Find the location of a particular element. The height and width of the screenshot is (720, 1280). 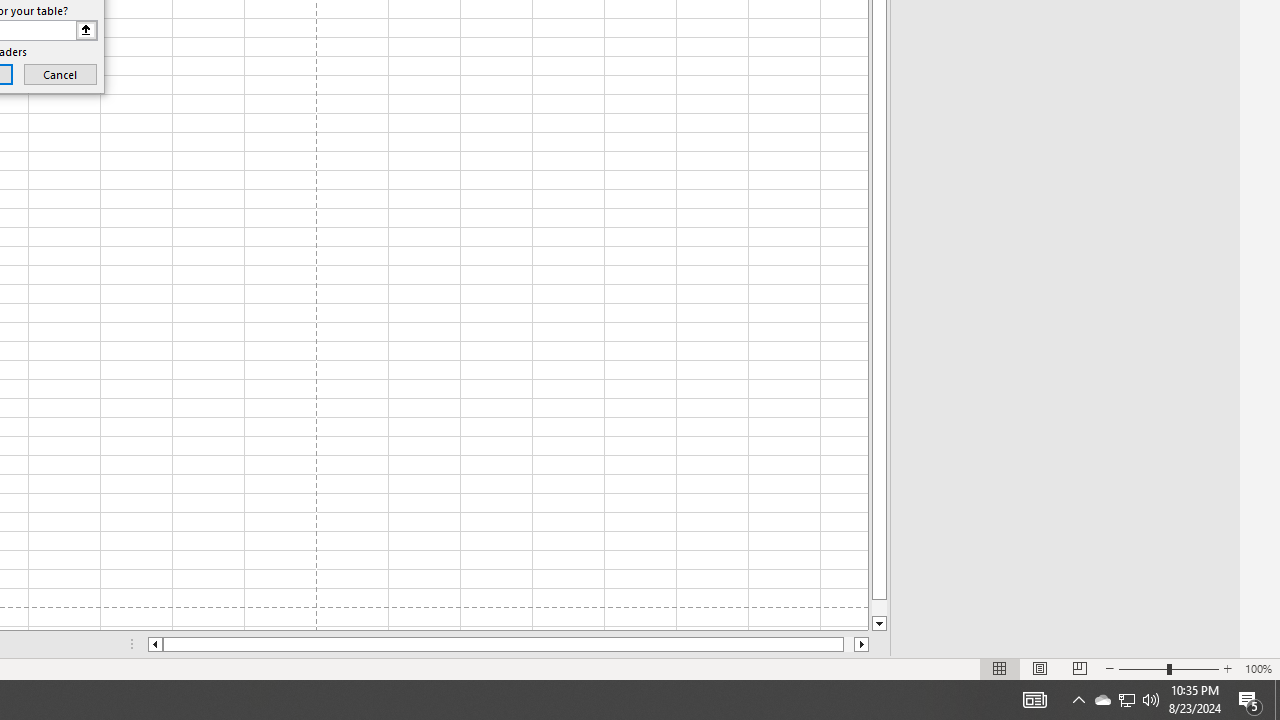

'Line down' is located at coordinates (879, 623).